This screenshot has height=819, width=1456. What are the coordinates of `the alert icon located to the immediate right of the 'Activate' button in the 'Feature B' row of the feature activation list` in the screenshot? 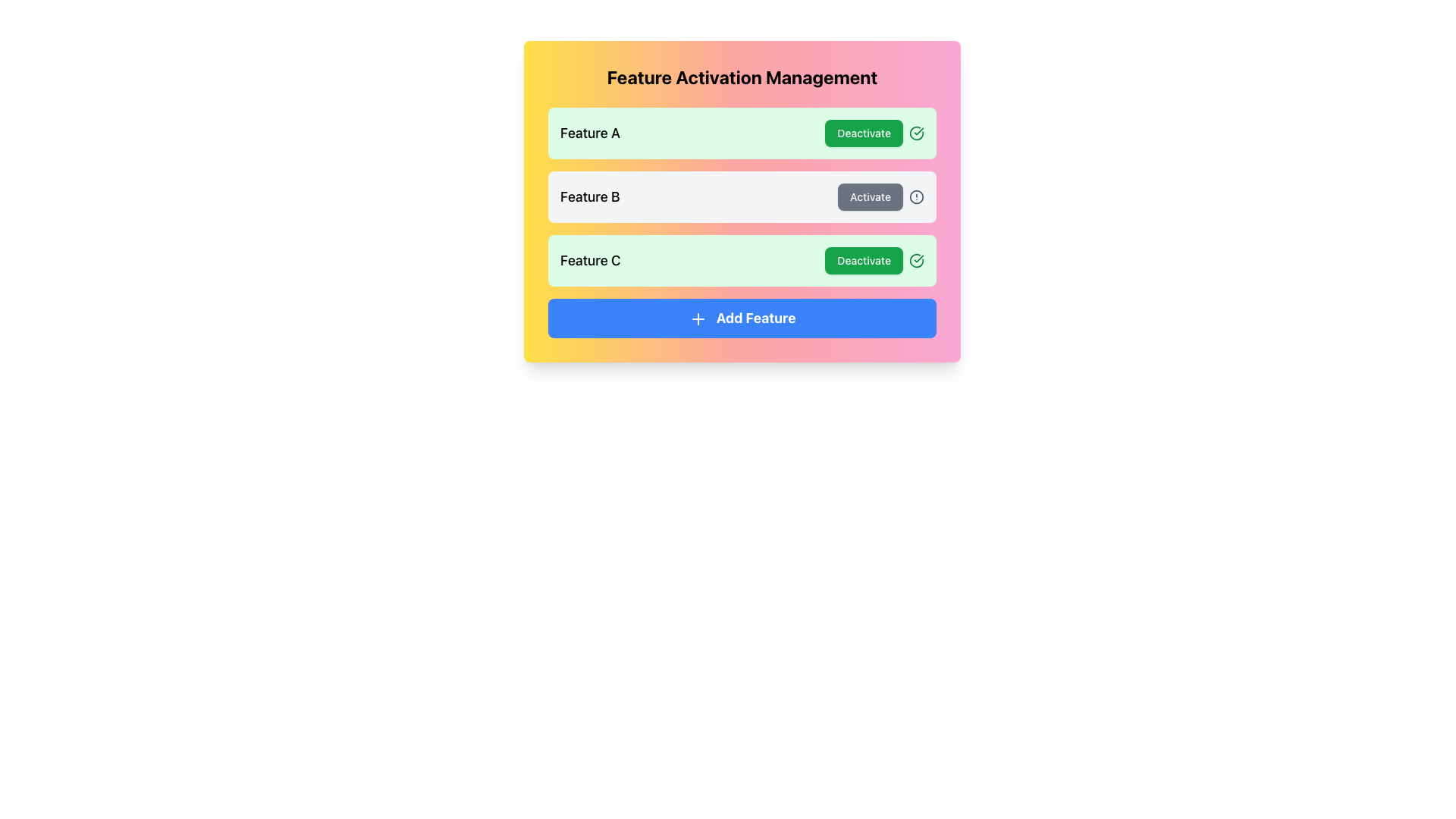 It's located at (916, 196).